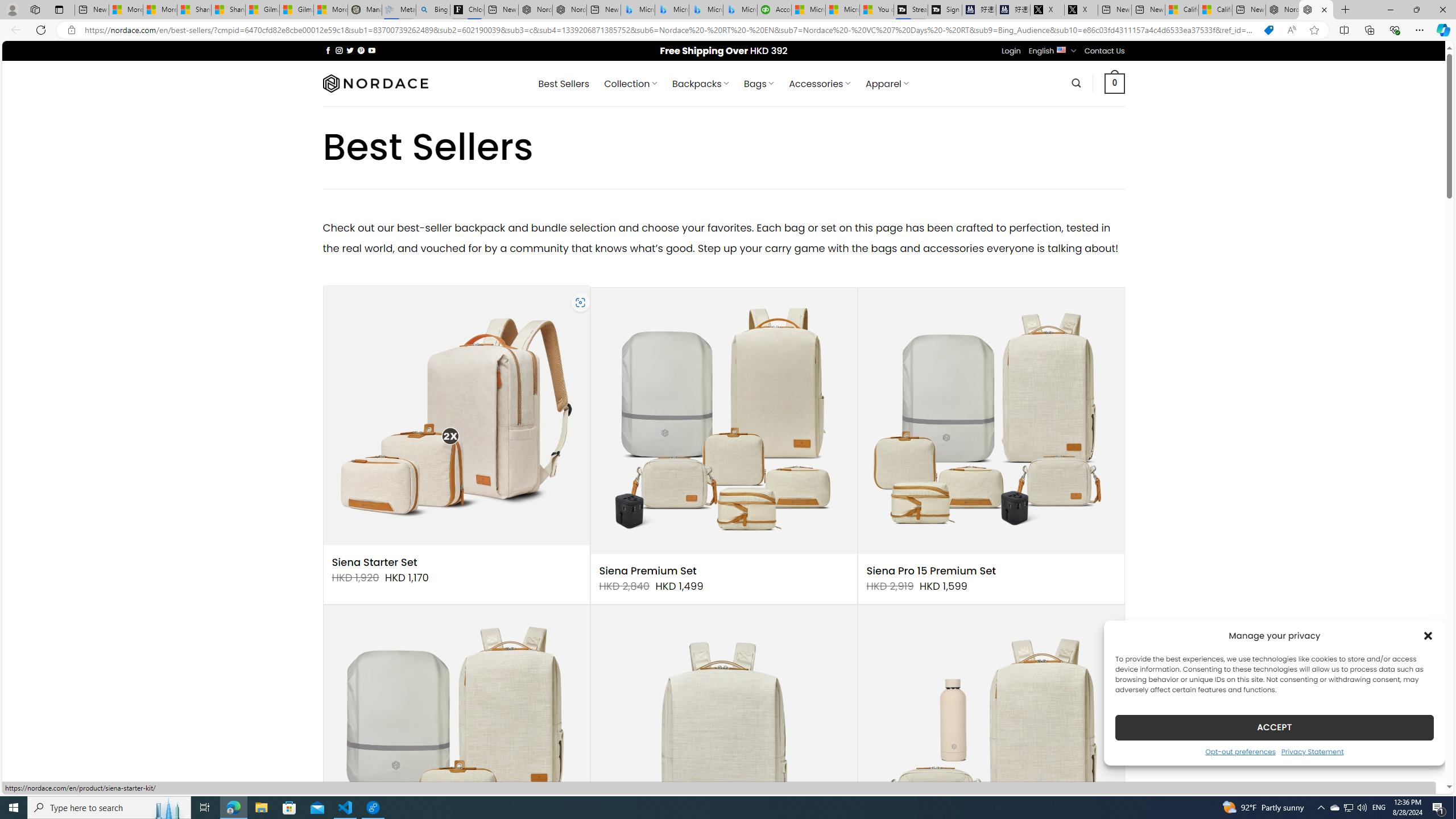 This screenshot has height=819, width=1456. I want to click on 'Manatee Mortality Statistics | FWC', so click(365, 9).